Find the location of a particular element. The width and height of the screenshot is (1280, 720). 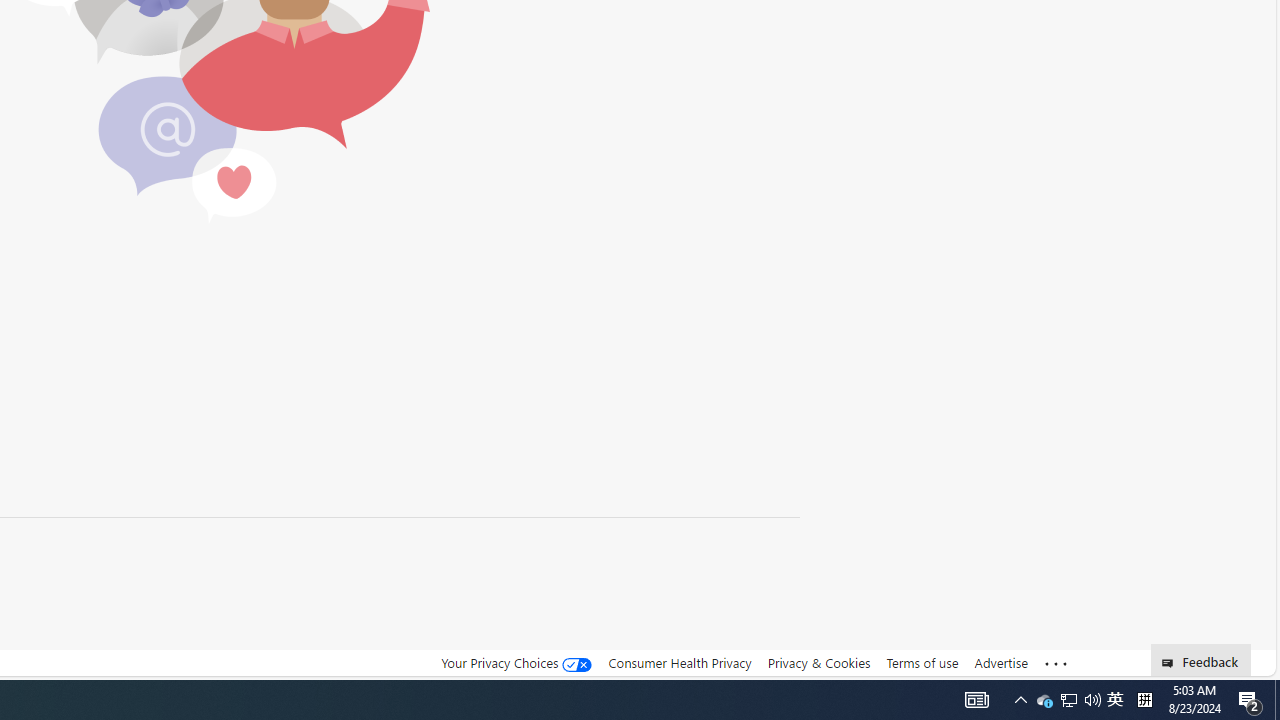

'Privacy & Cookies' is located at coordinates (818, 663).